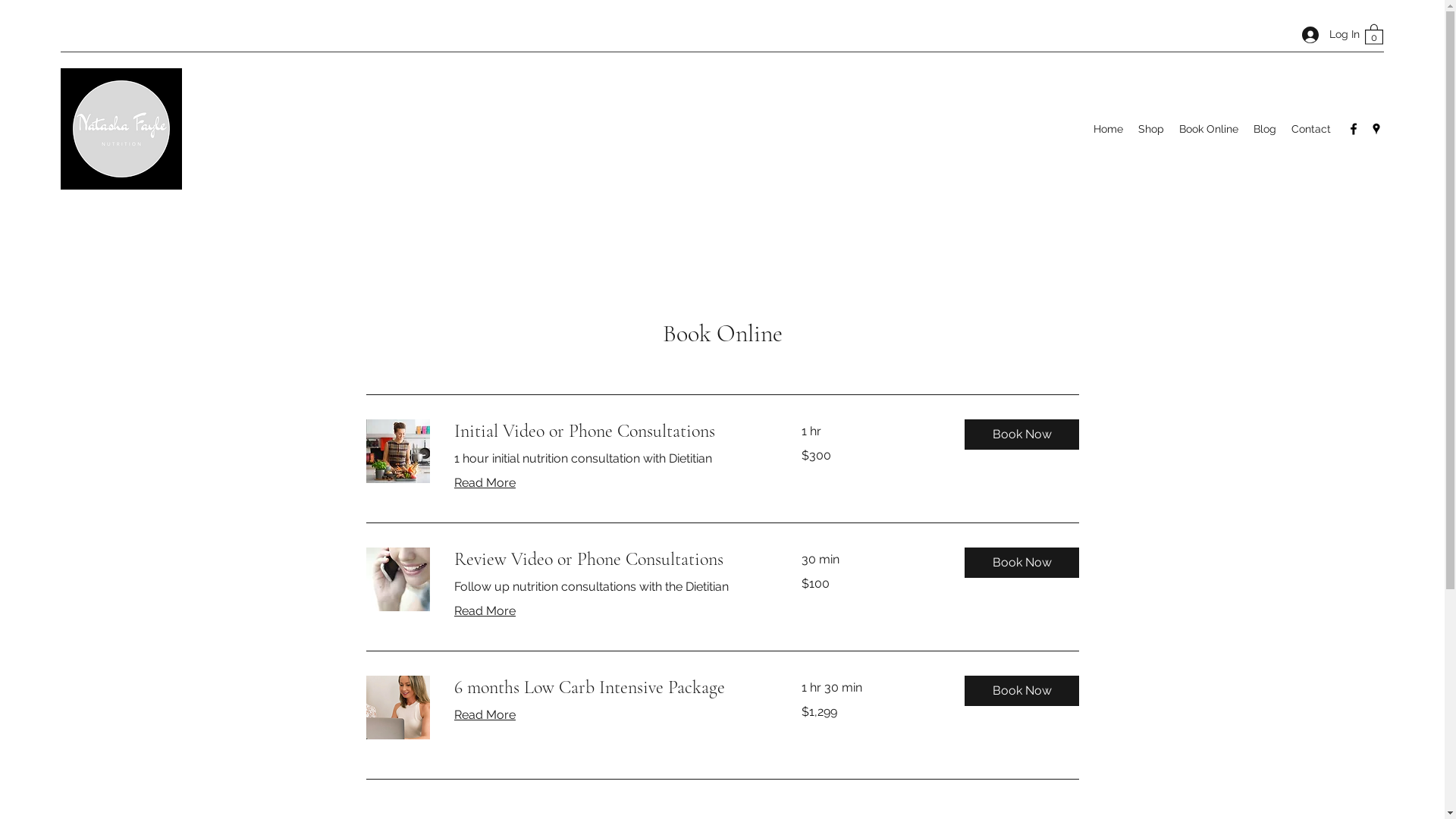 Image resolution: width=1456 pixels, height=819 pixels. Describe the element at coordinates (483, 482) in the screenshot. I see `'Read More'` at that location.